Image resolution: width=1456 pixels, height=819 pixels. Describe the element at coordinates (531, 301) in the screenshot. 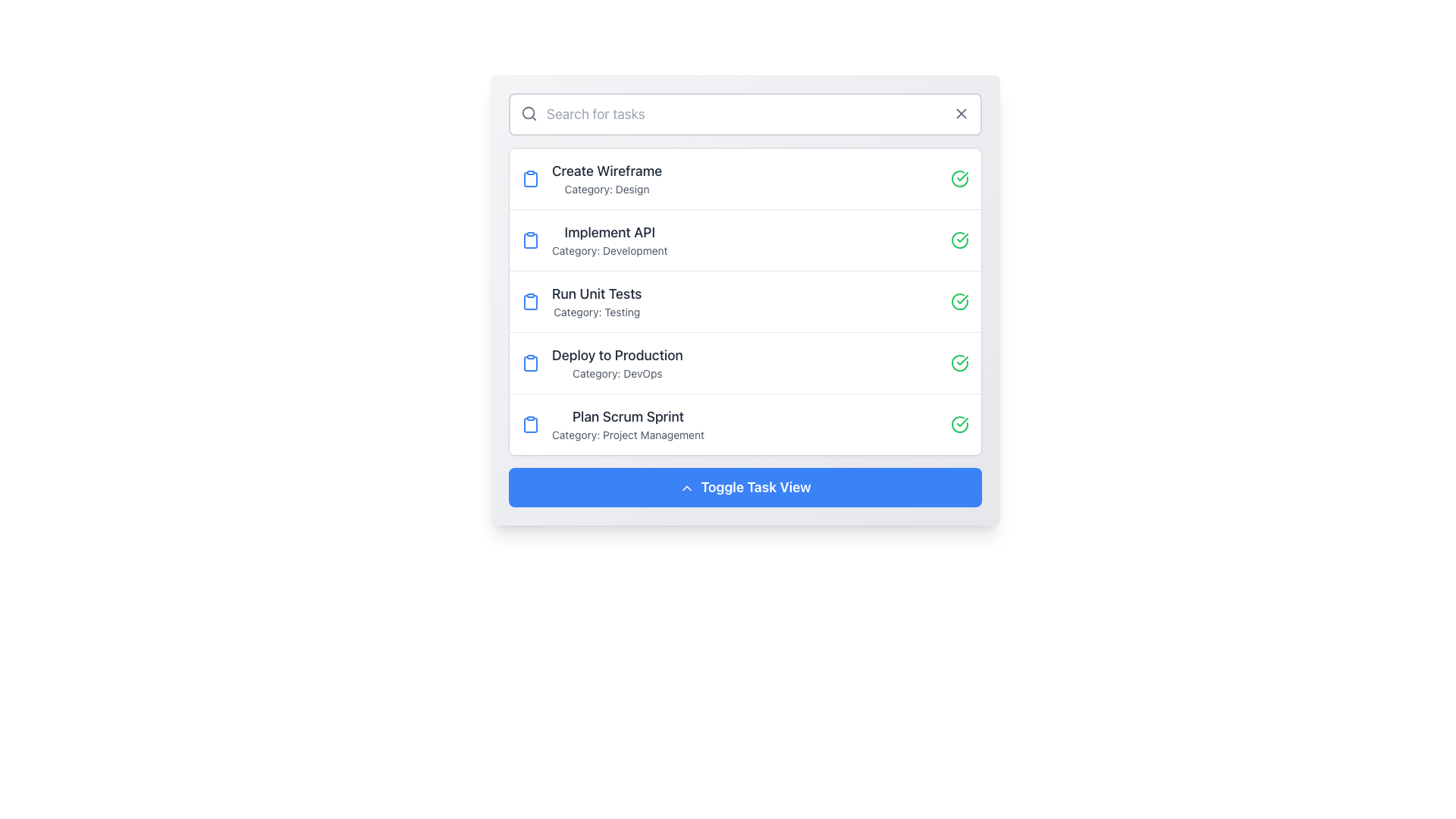

I see `the clipboard icon located to the left of the 'Run Unit Tests' entry` at that location.